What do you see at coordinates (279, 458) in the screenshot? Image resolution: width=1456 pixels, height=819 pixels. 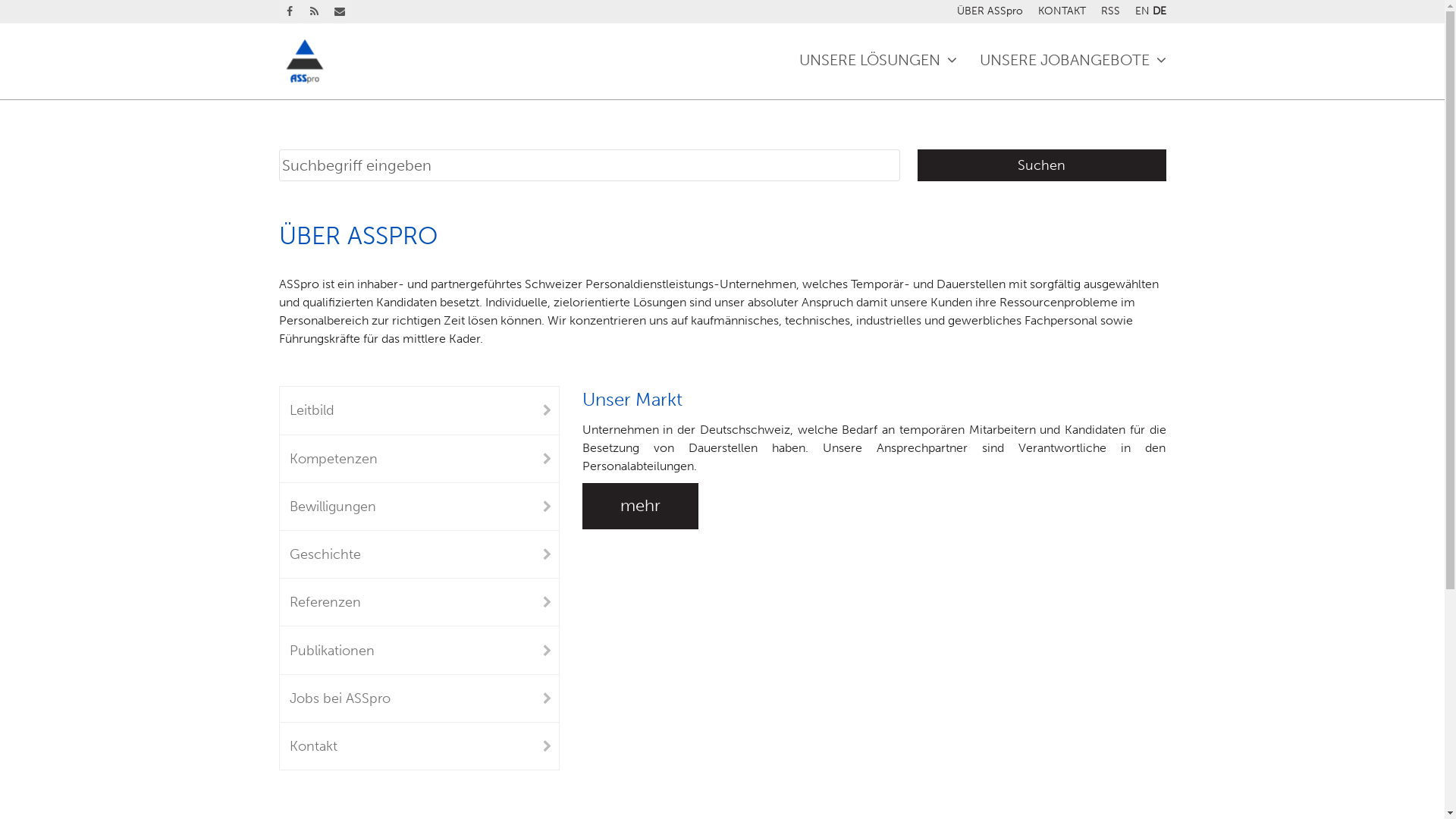 I see `'Kompetenzen'` at bounding box center [279, 458].